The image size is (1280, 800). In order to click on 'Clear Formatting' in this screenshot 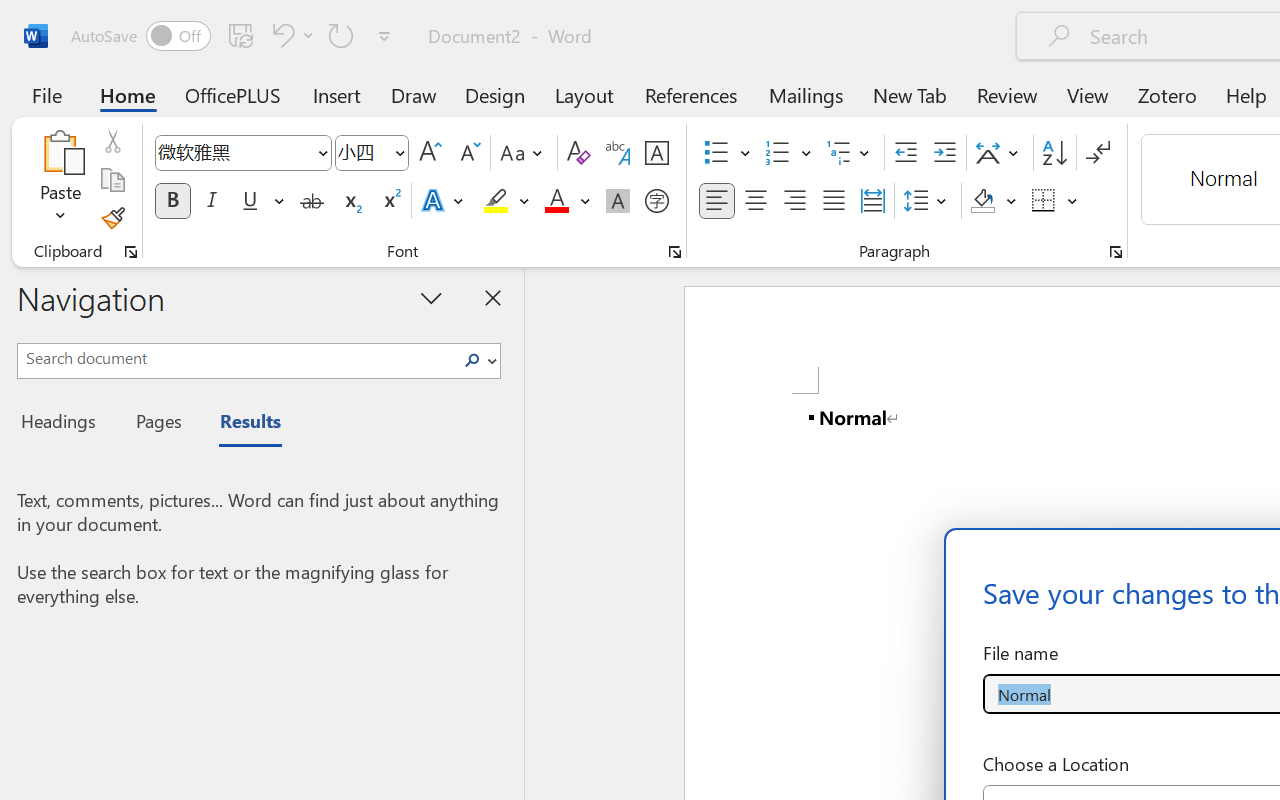, I will do `click(577, 153)`.